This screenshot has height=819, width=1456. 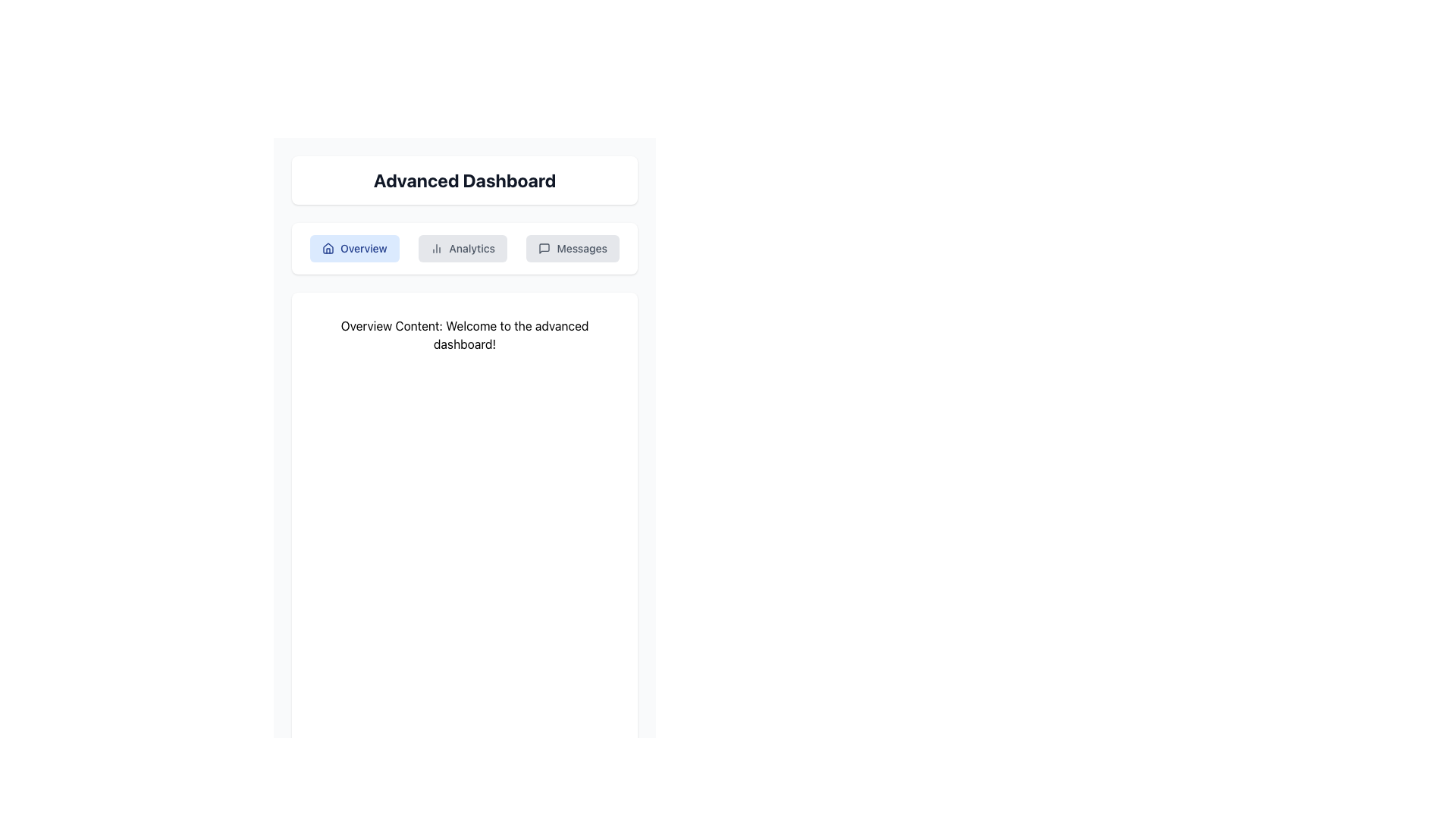 I want to click on the 'Messages' button, which is the third button in a horizontal layout, so click(x=572, y=247).